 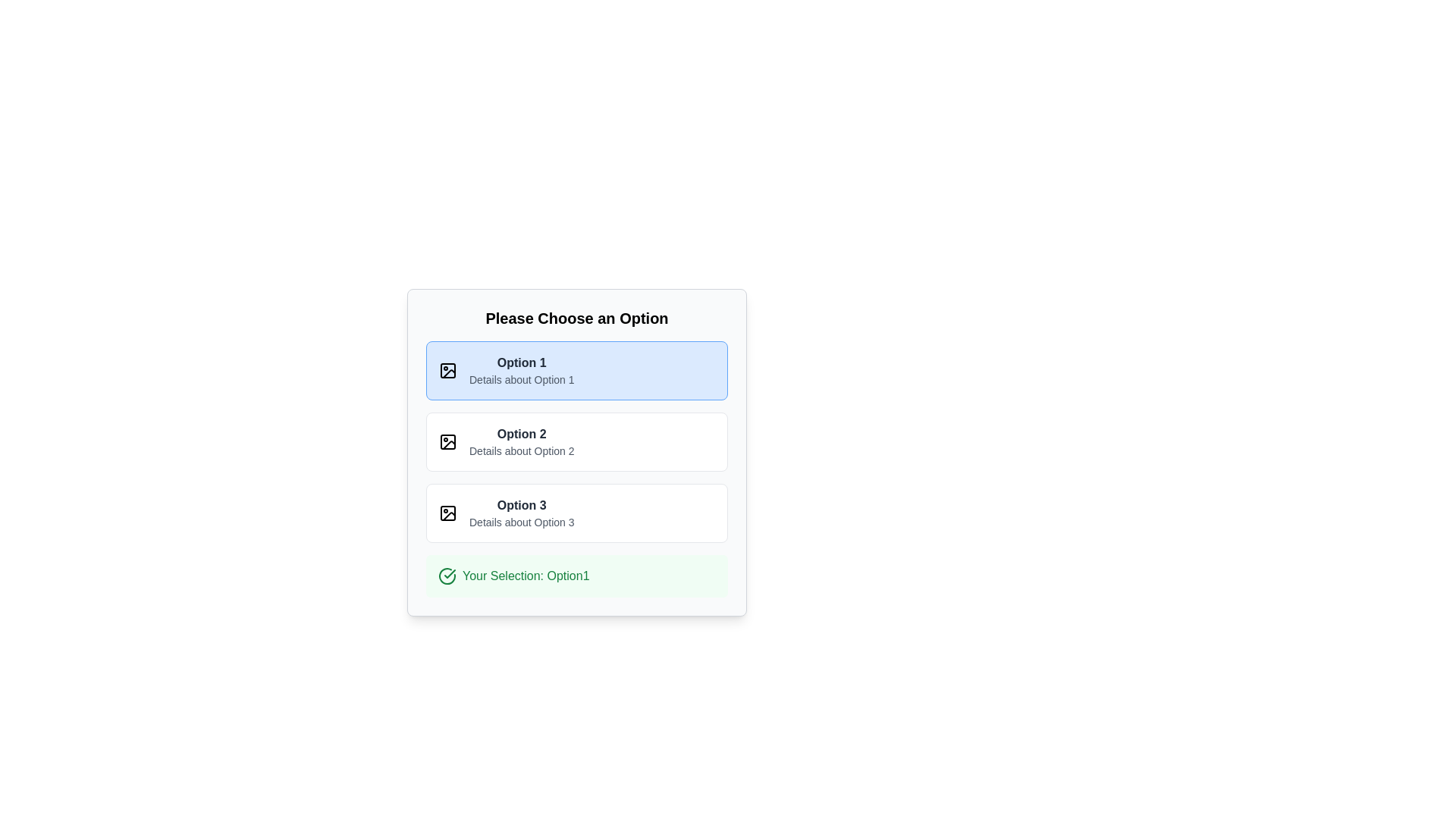 I want to click on the checkmark graphic located at the bottom center of the circular icon in the confirmation section below the options list, so click(x=449, y=573).